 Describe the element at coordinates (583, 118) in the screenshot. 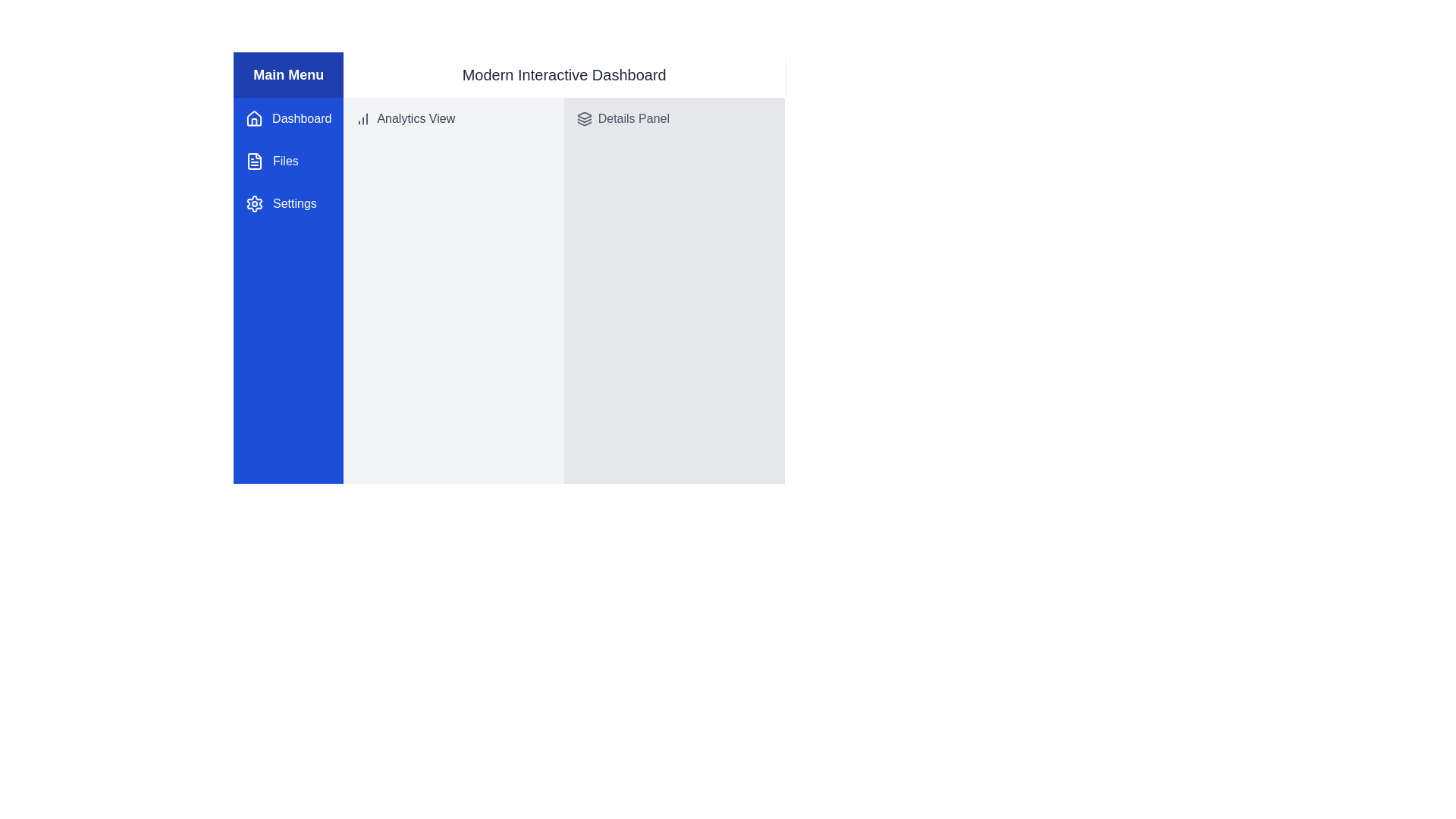

I see `the first icon in the 'Details Panel' section, located to the left of the text 'Details Panel'` at that location.